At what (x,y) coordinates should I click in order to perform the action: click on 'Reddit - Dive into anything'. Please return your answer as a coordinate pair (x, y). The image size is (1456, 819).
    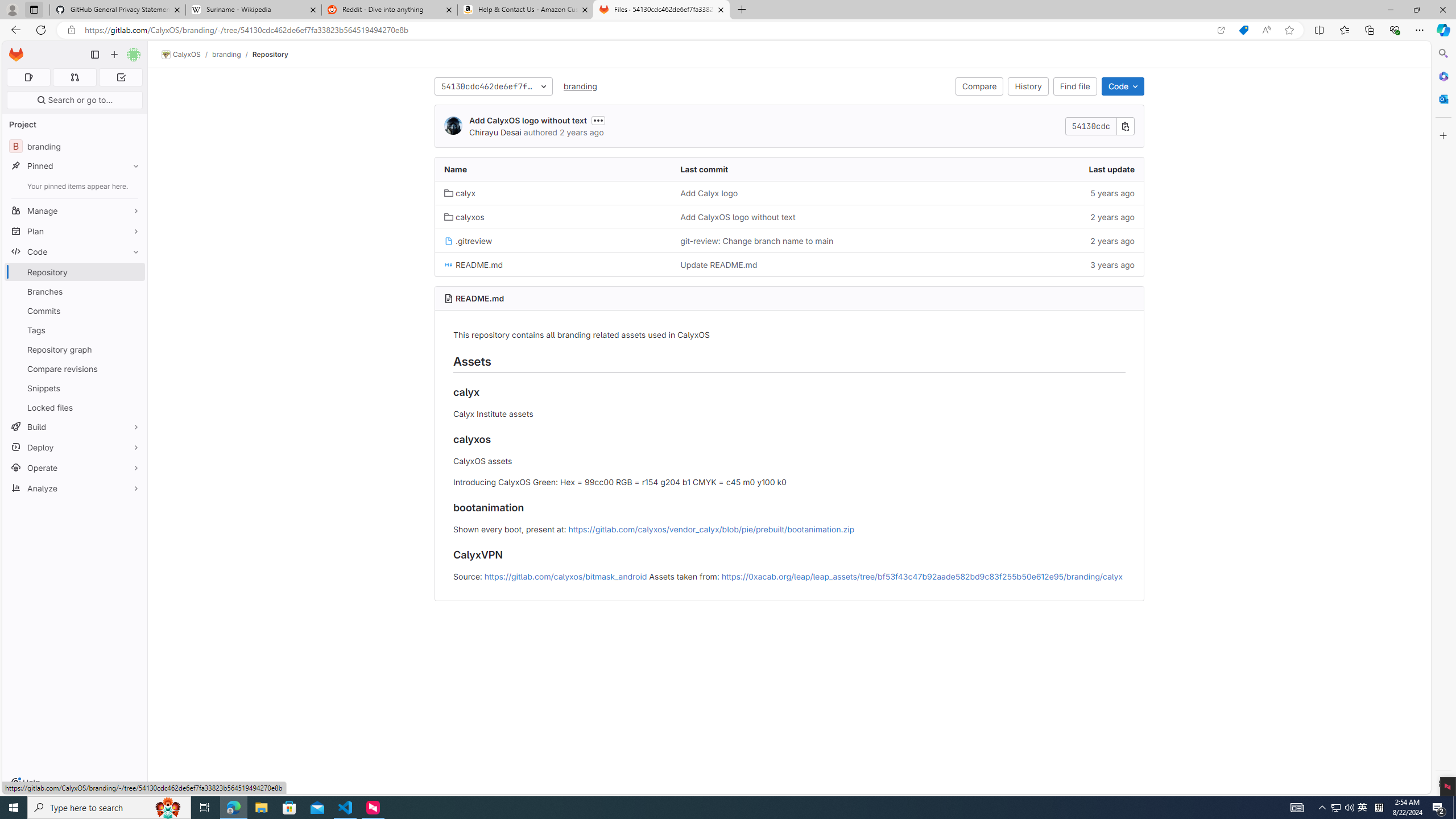
    Looking at the image, I should click on (390, 9).